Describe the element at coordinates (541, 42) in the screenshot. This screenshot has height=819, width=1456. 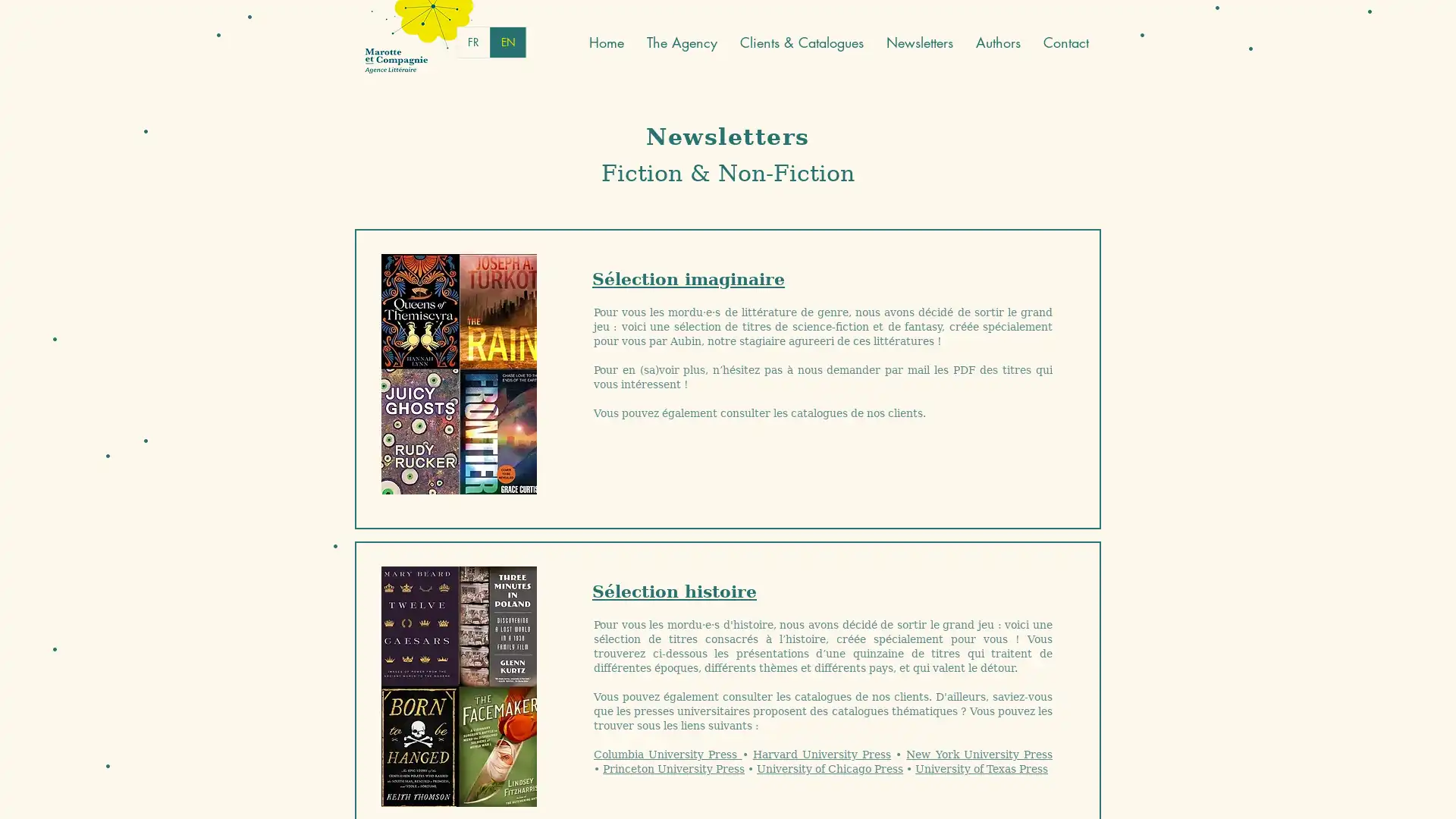
I see `English` at that location.